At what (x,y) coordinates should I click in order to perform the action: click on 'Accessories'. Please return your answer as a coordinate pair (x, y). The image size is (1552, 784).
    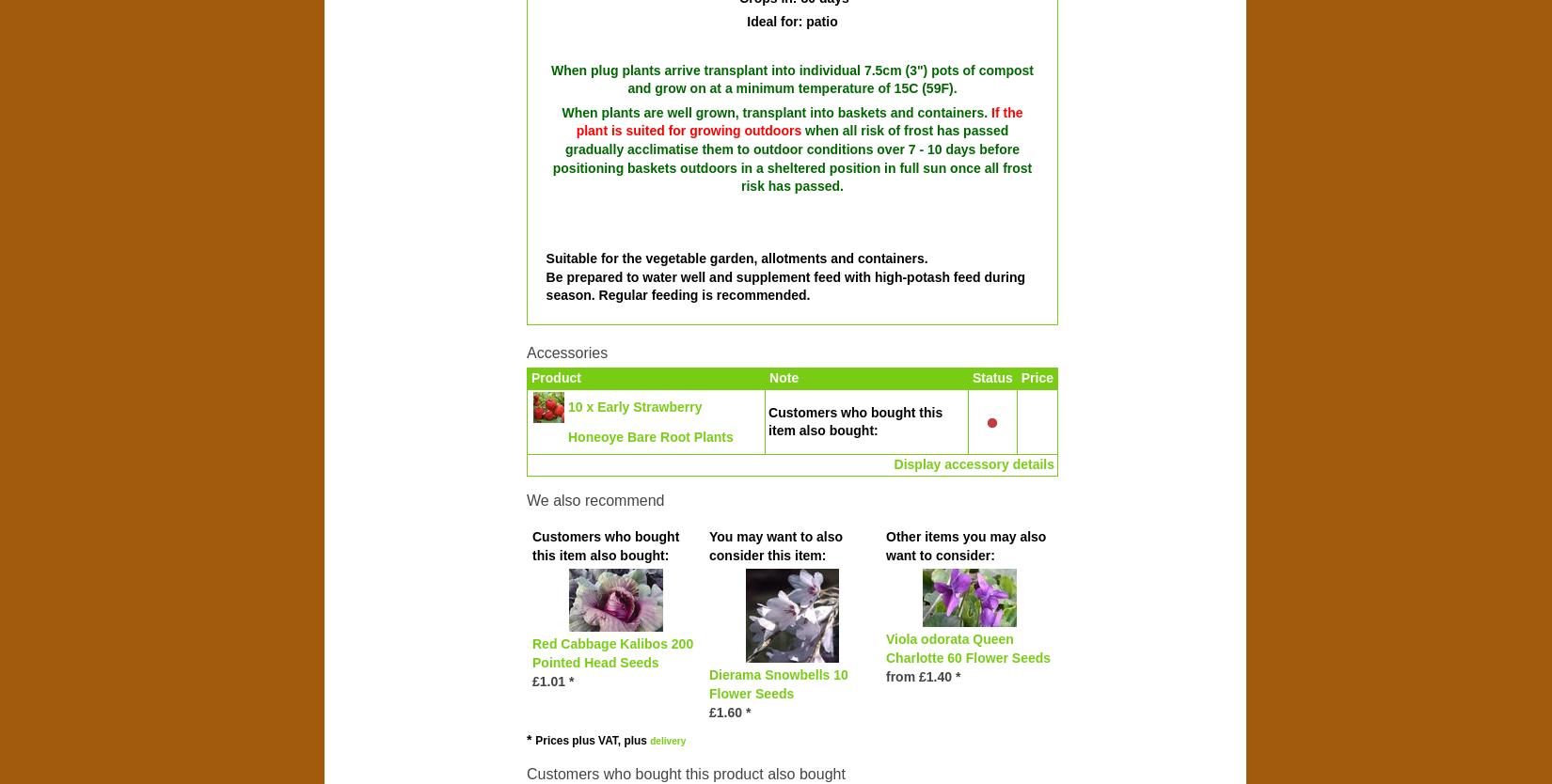
    Looking at the image, I should click on (566, 351).